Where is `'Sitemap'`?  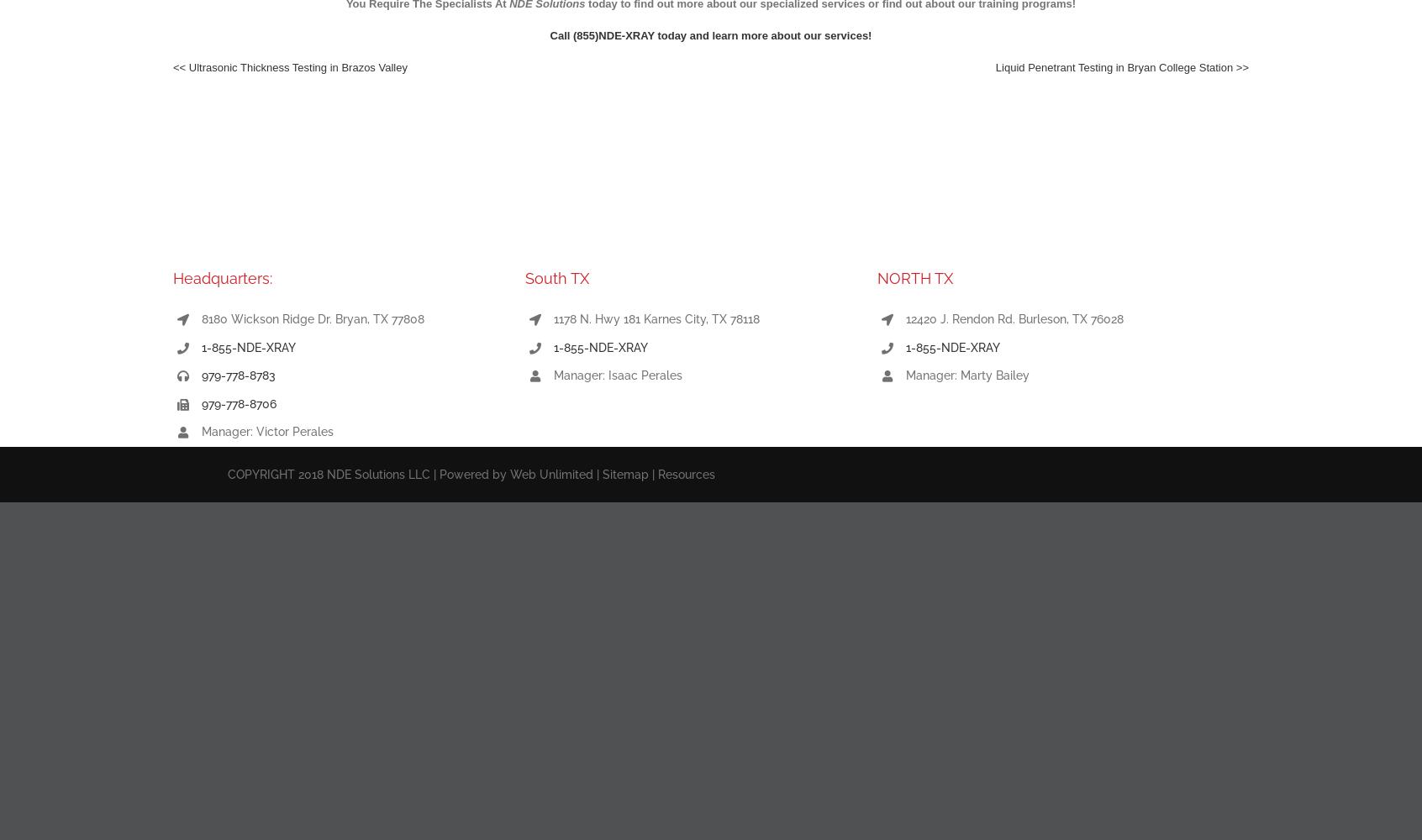
'Sitemap' is located at coordinates (624, 474).